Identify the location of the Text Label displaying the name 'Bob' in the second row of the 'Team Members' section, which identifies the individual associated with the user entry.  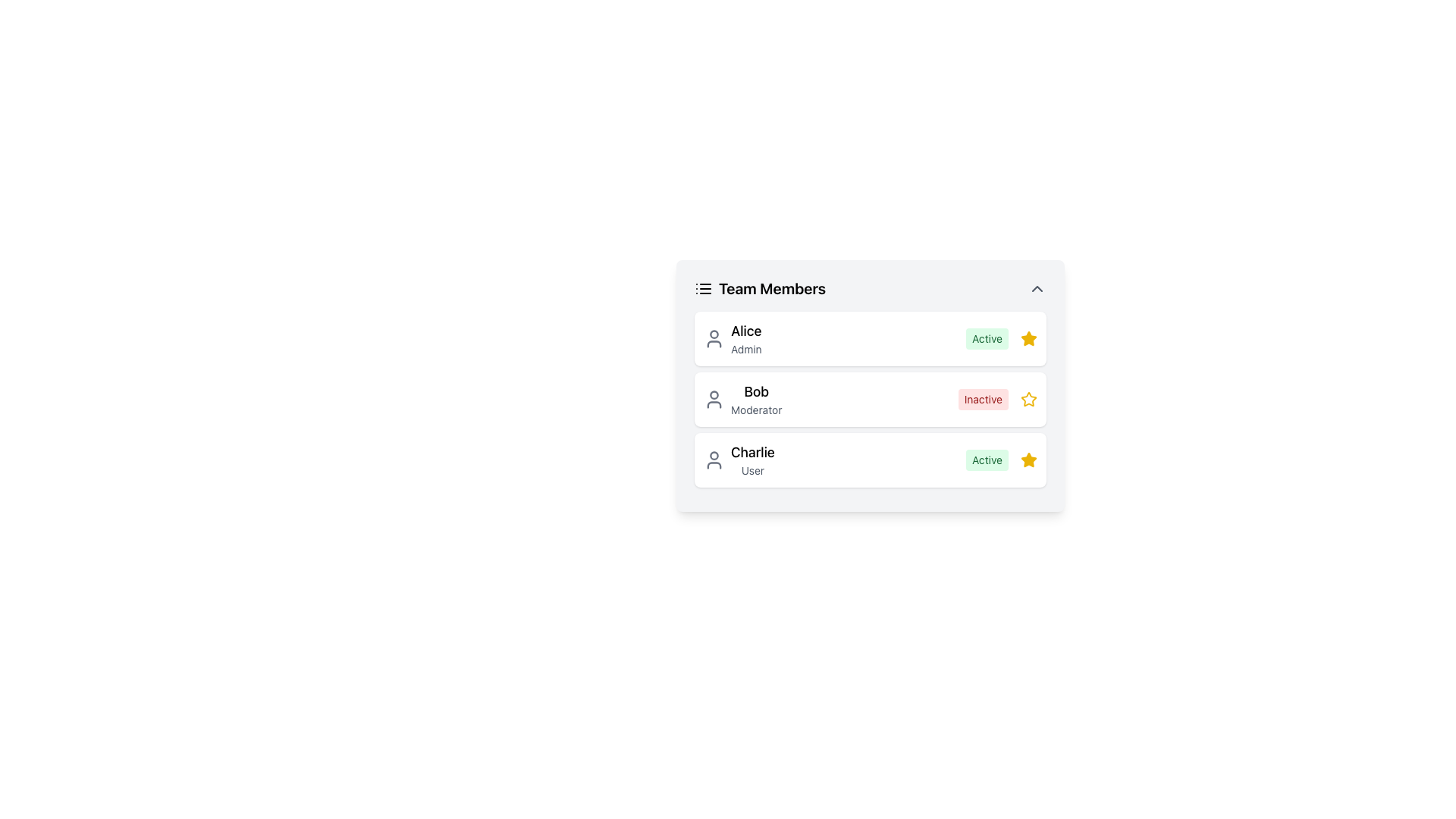
(756, 391).